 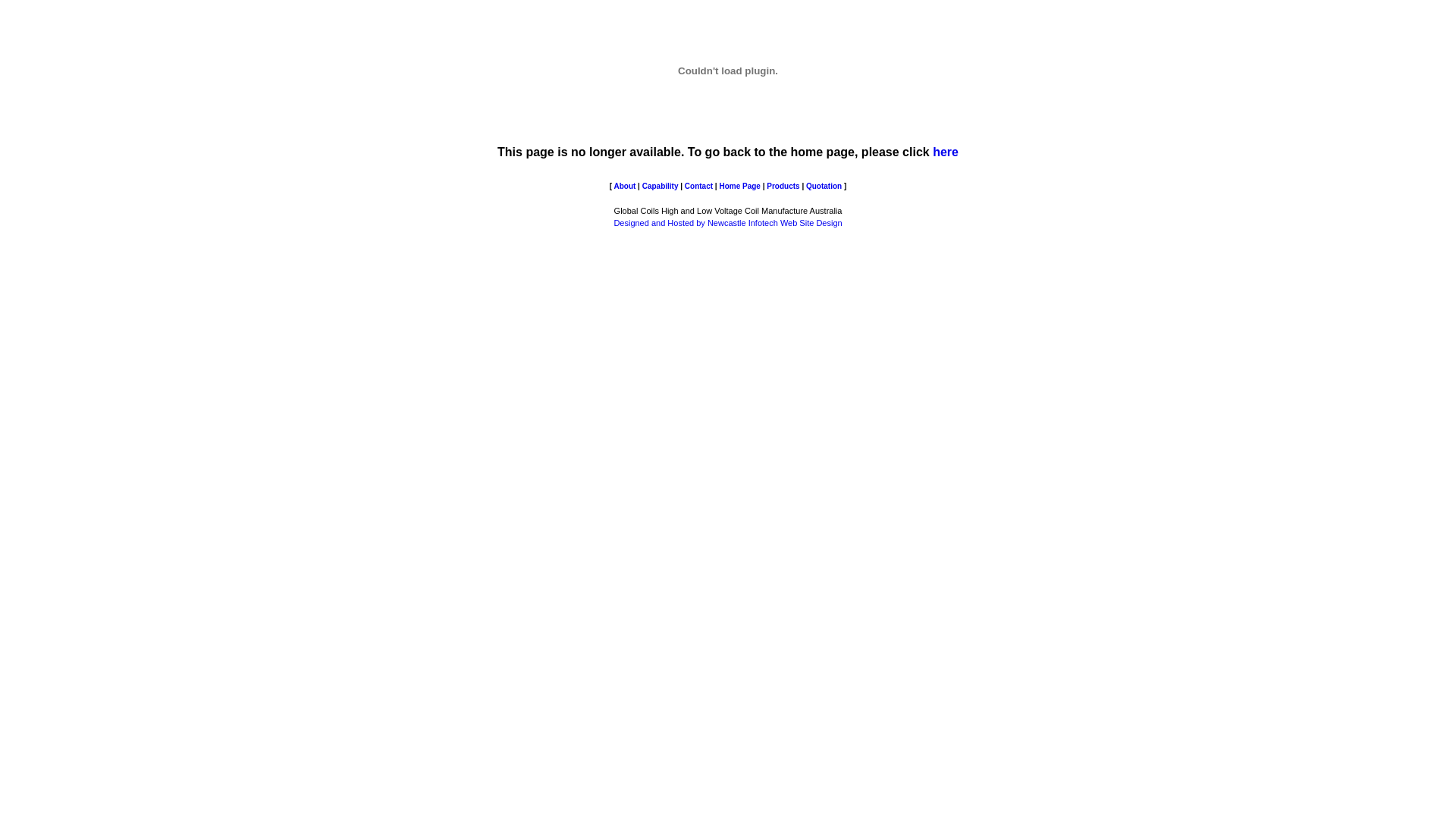 What do you see at coordinates (613, 222) in the screenshot?
I see `'Designed and Hosted by Newcastle Infotech Web Site Design'` at bounding box center [613, 222].